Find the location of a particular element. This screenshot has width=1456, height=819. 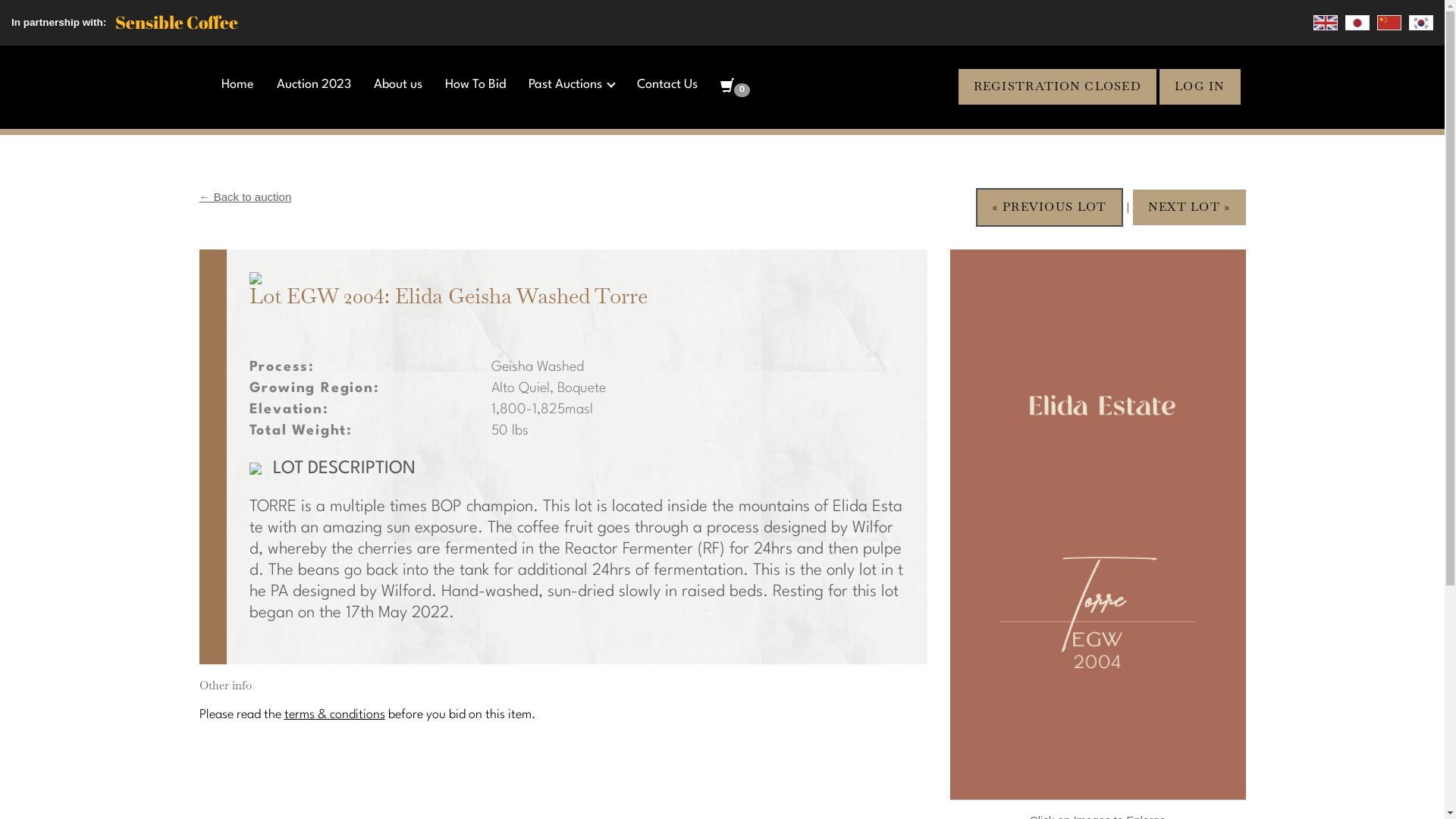

'Sensible Coffee' is located at coordinates (177, 23).